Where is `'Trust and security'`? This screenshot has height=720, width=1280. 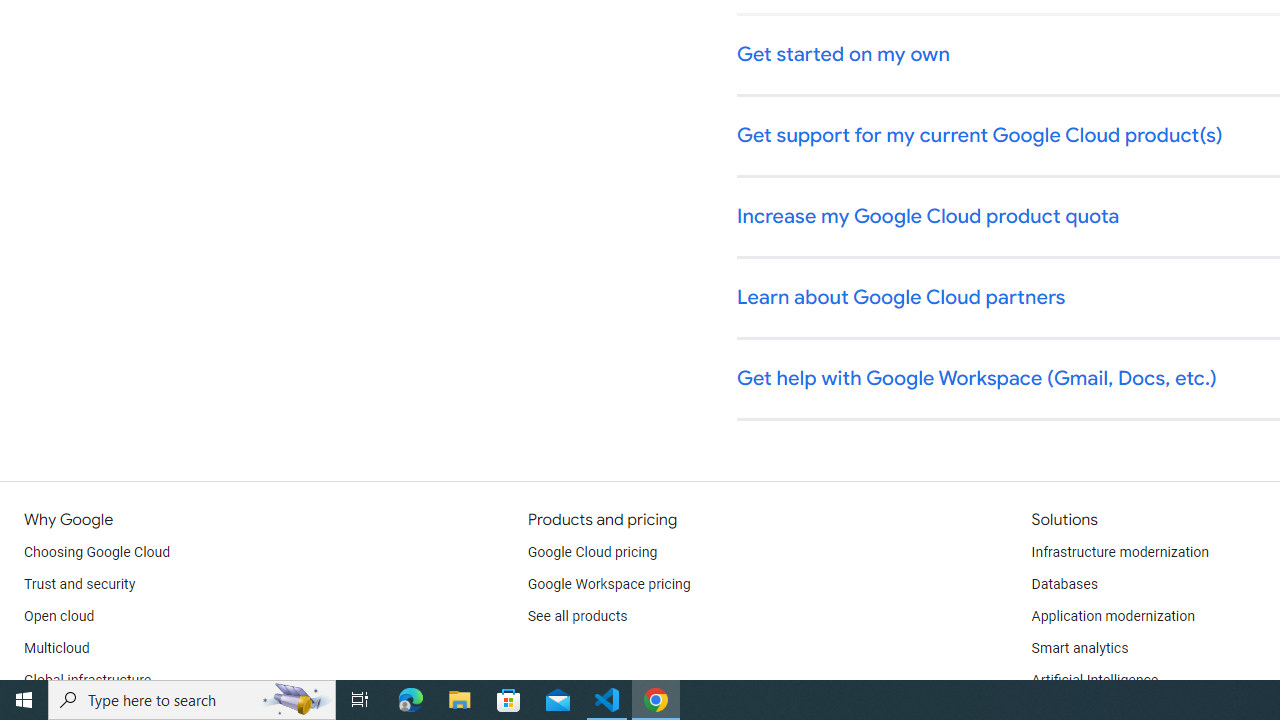 'Trust and security' is located at coordinates (80, 585).